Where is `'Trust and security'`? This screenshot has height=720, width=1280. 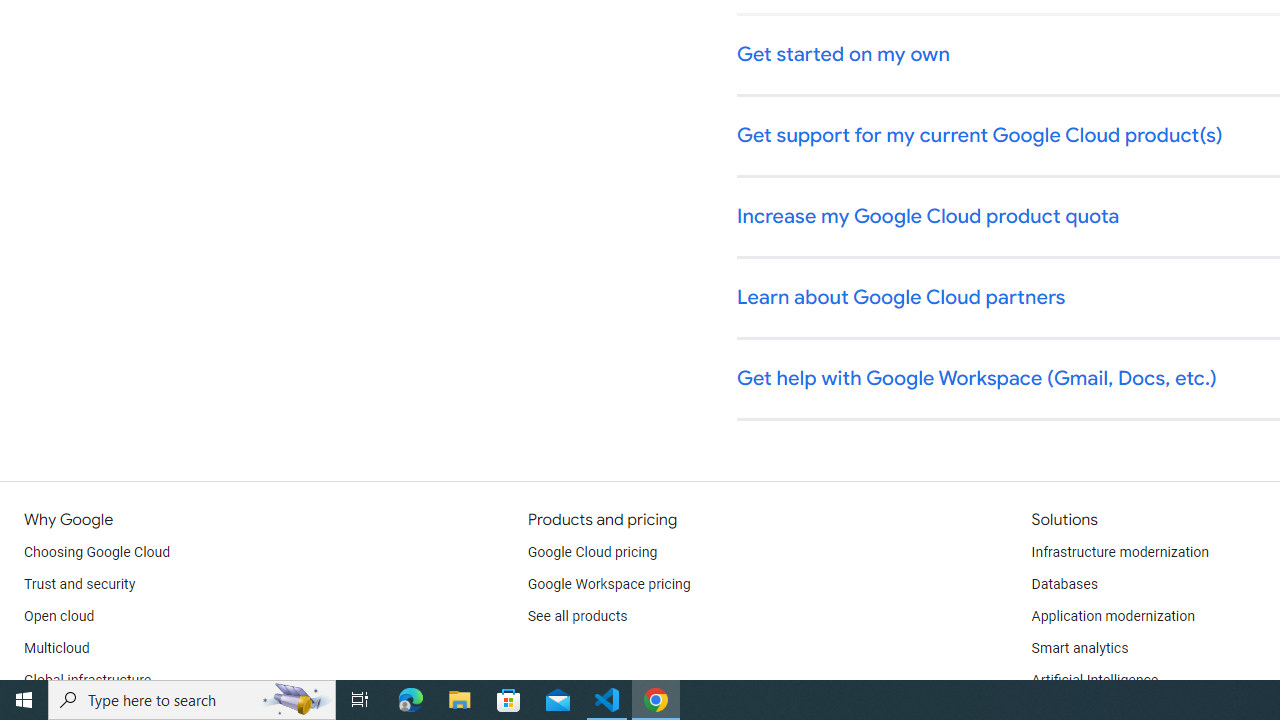 'Trust and security' is located at coordinates (80, 585).